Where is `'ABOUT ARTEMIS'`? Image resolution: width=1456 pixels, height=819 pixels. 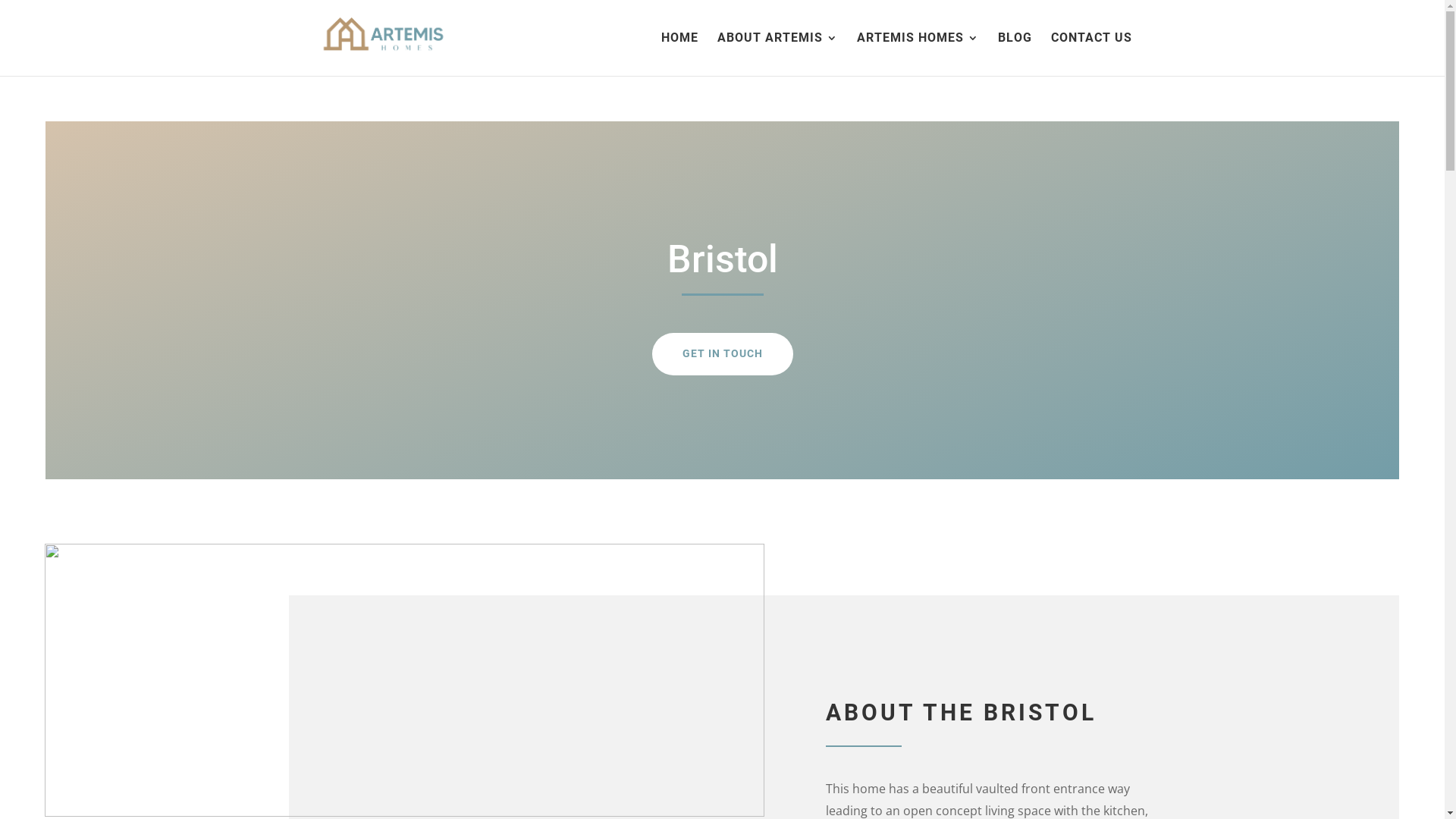
'ABOUT ARTEMIS' is located at coordinates (777, 53).